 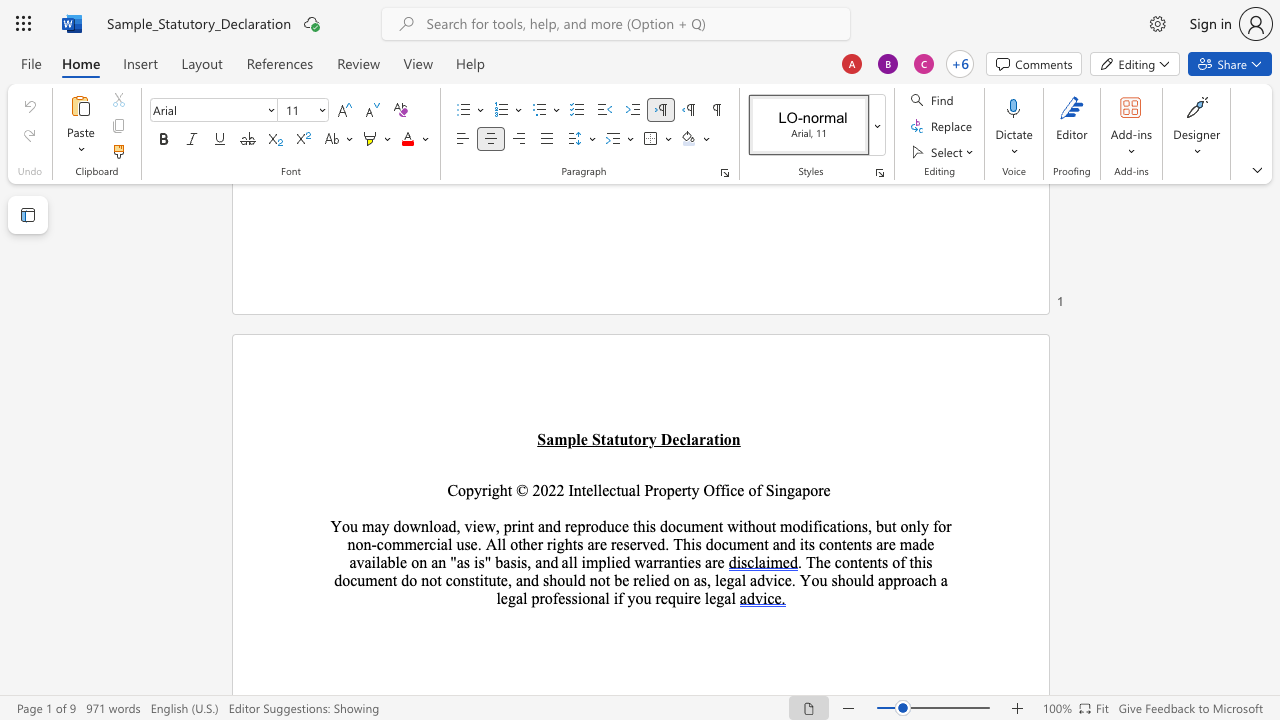 I want to click on the space between the continuous character "t" and "i" in the text, so click(x=719, y=438).